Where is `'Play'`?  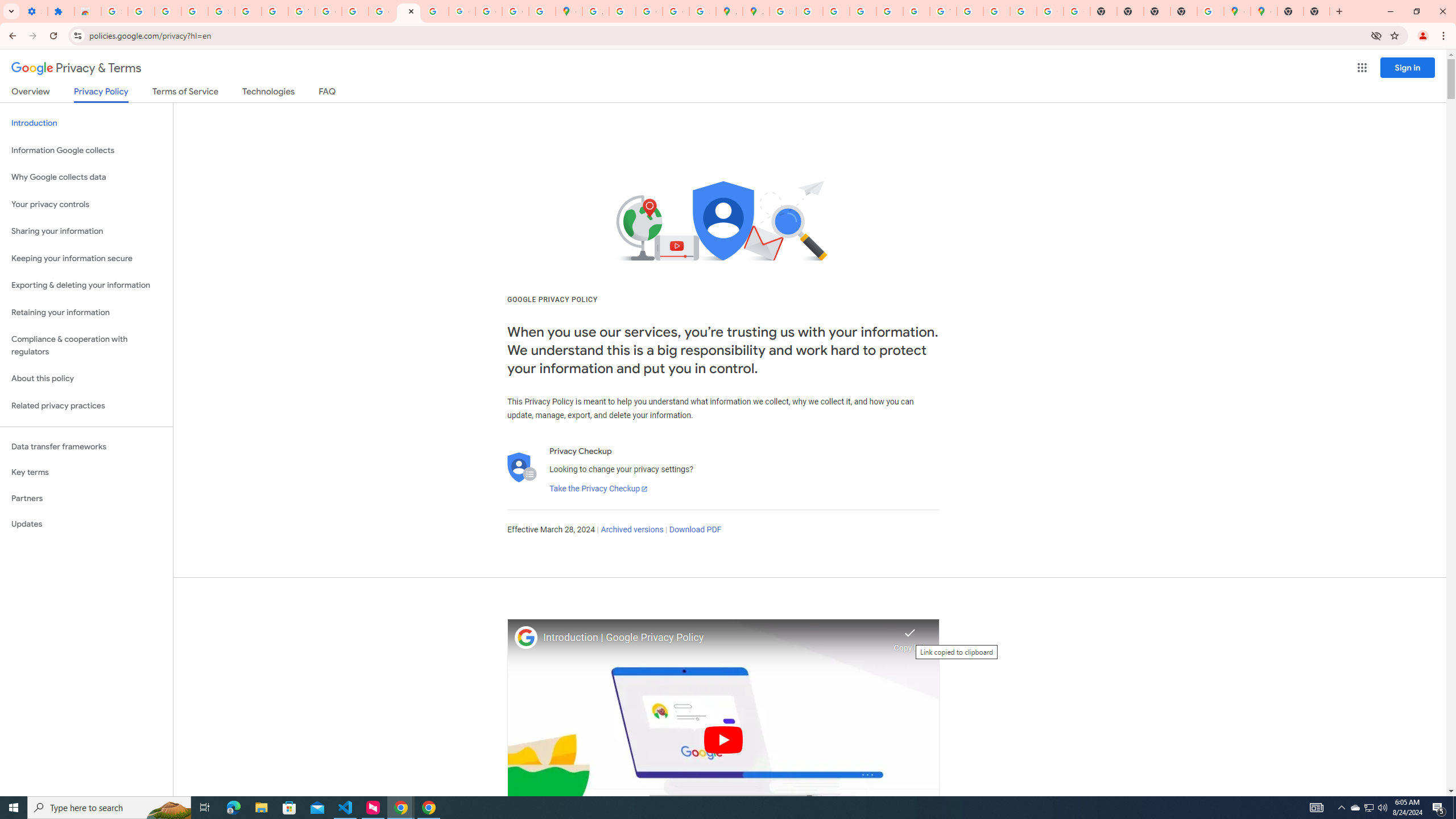 'Play' is located at coordinates (723, 739).